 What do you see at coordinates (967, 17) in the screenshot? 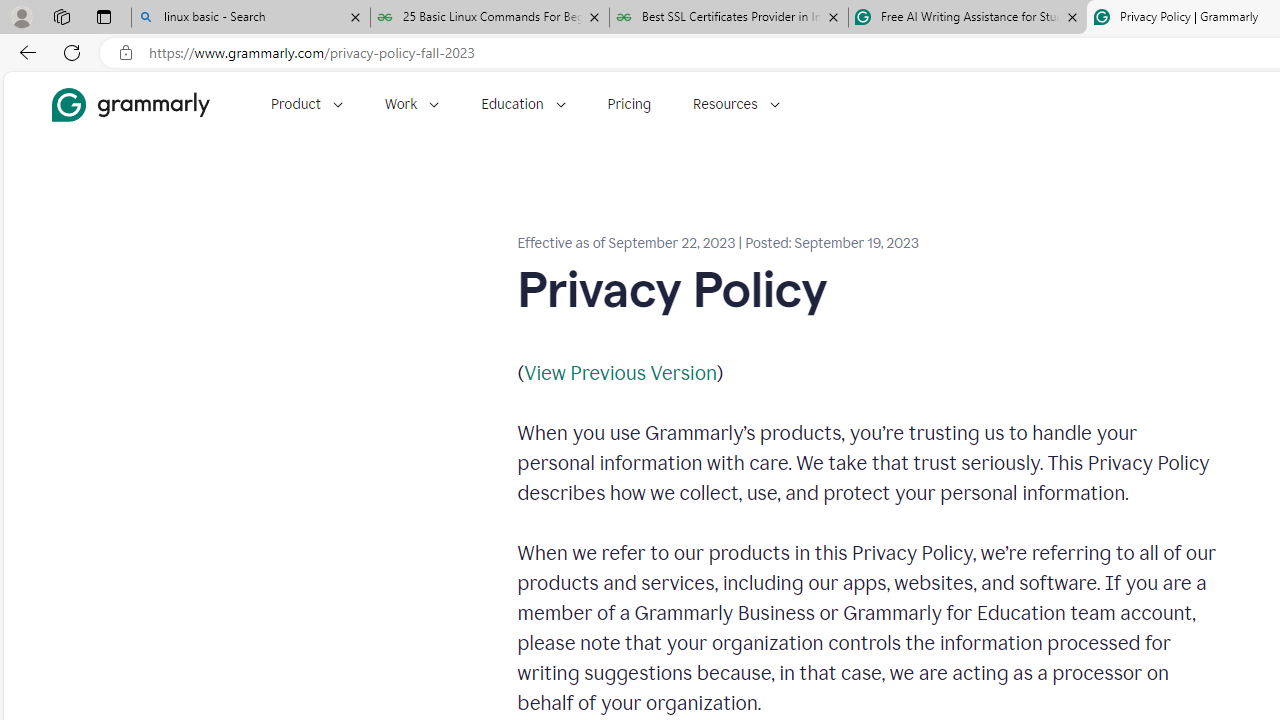
I see `'Free AI Writing Assistance for Students | Grammarly'` at bounding box center [967, 17].